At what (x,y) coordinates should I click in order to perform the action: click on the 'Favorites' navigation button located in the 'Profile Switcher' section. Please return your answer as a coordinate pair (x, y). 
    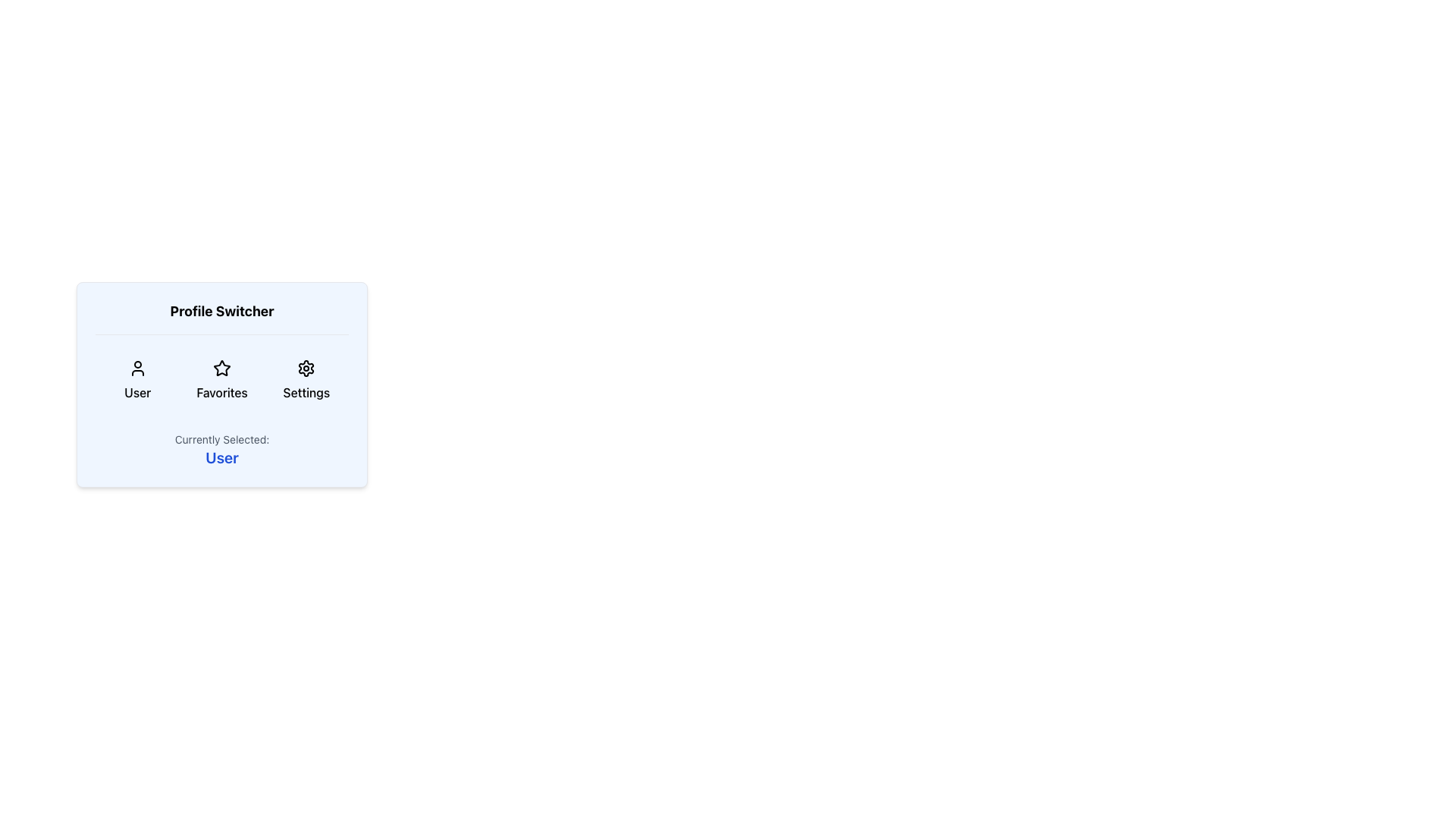
    Looking at the image, I should click on (221, 379).